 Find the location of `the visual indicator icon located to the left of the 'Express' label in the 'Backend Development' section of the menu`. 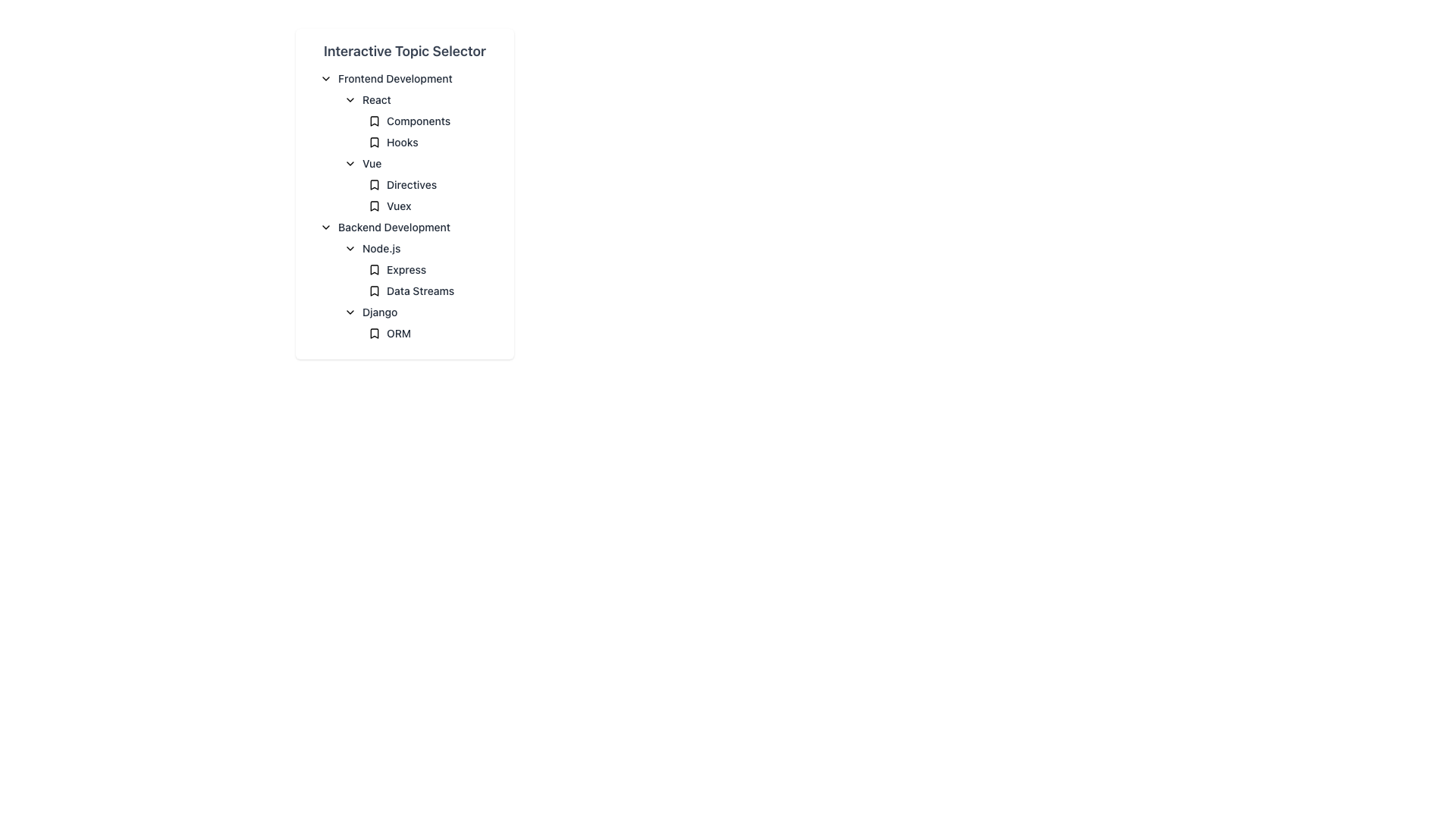

the visual indicator icon located to the left of the 'Express' label in the 'Backend Development' section of the menu is located at coordinates (375, 268).